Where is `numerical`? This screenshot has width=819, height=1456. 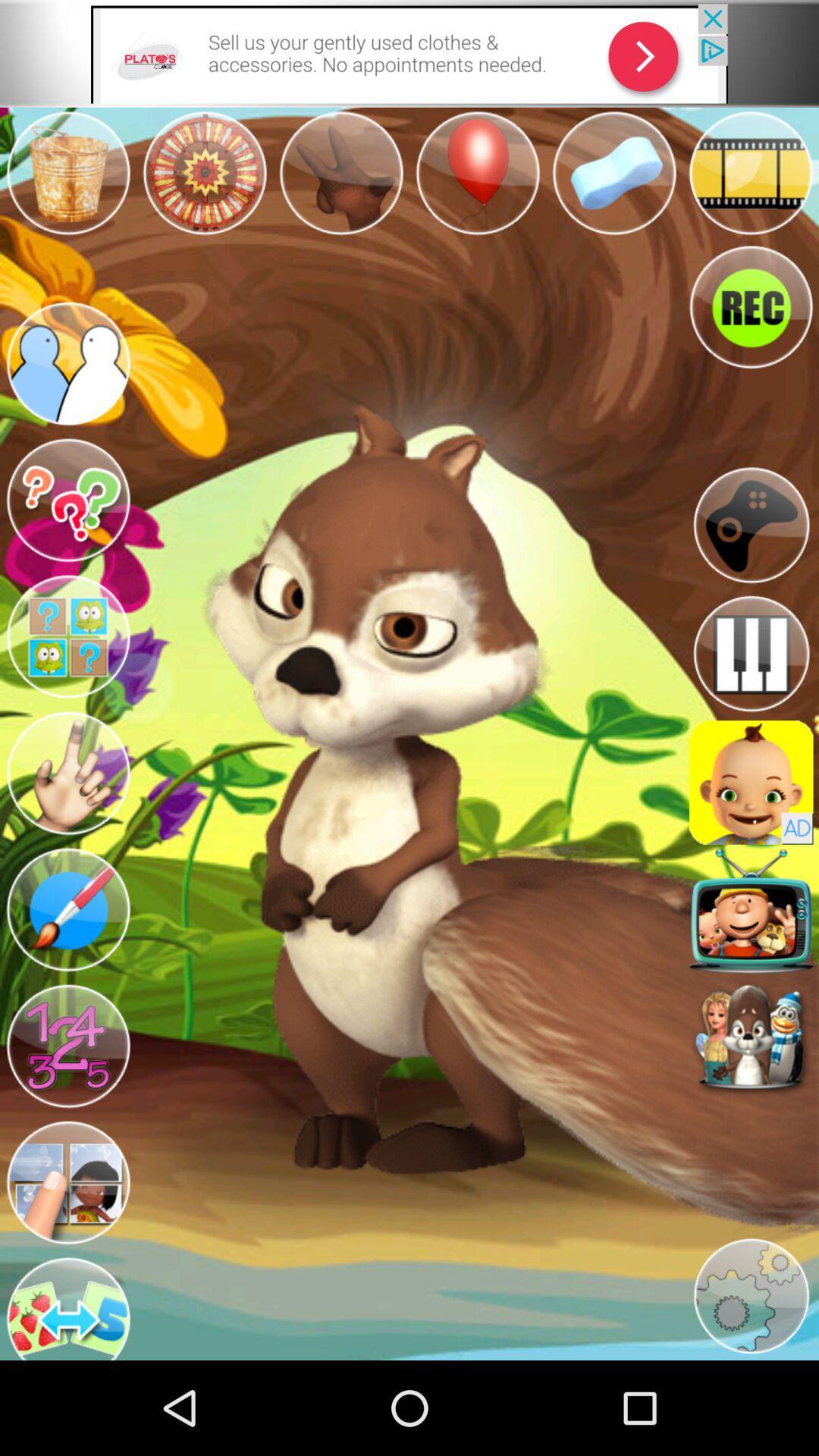 numerical is located at coordinates (67, 1046).